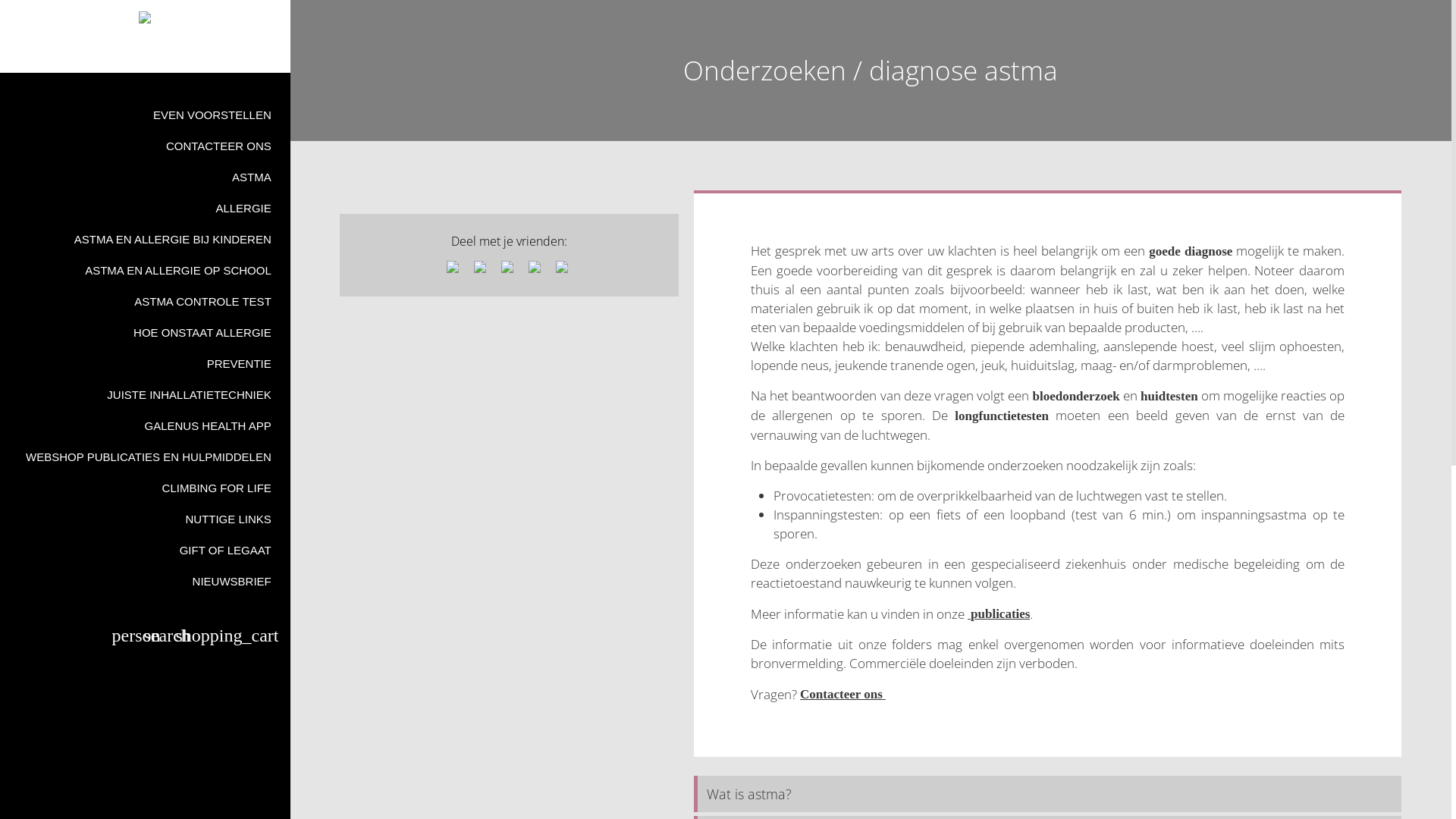 The image size is (1456, 819). Describe the element at coordinates (998, 613) in the screenshot. I see `' publicaties'` at that location.